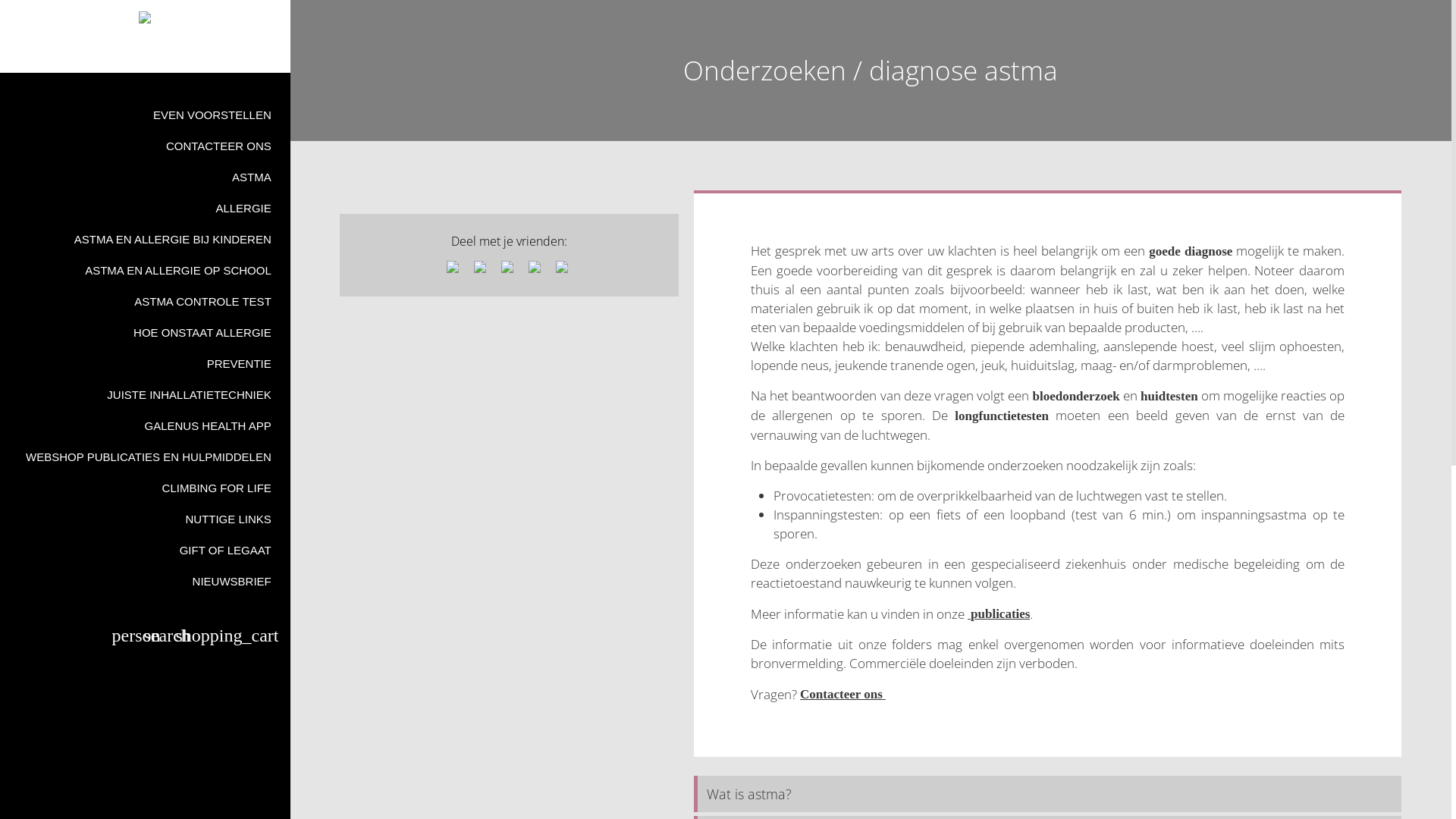 The image size is (1456, 819). Describe the element at coordinates (998, 613) in the screenshot. I see `' publicaties'` at that location.